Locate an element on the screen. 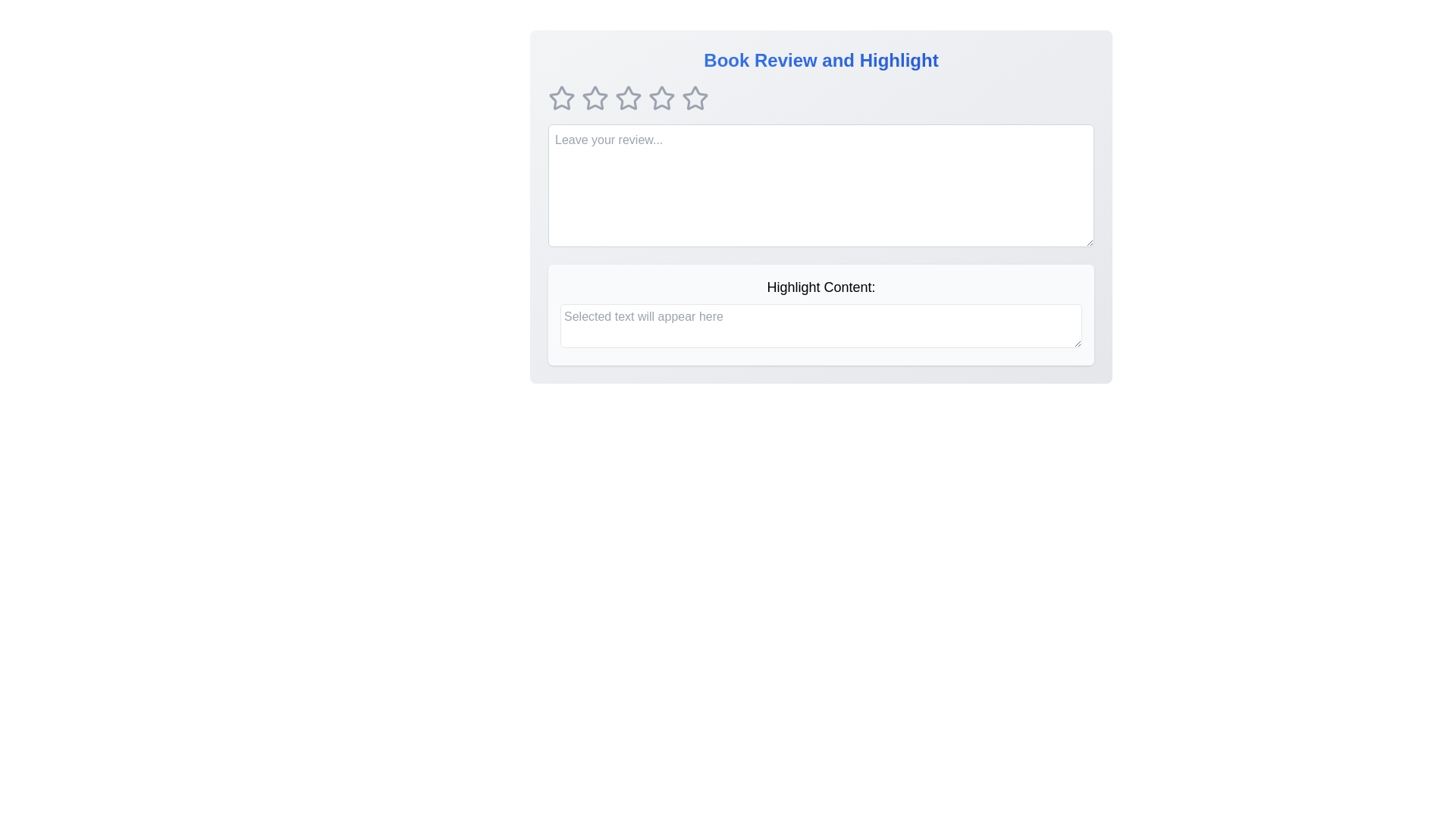 The height and width of the screenshot is (819, 1456). the rating to 5 stars by clicking on the corresponding star icon is located at coordinates (694, 99).